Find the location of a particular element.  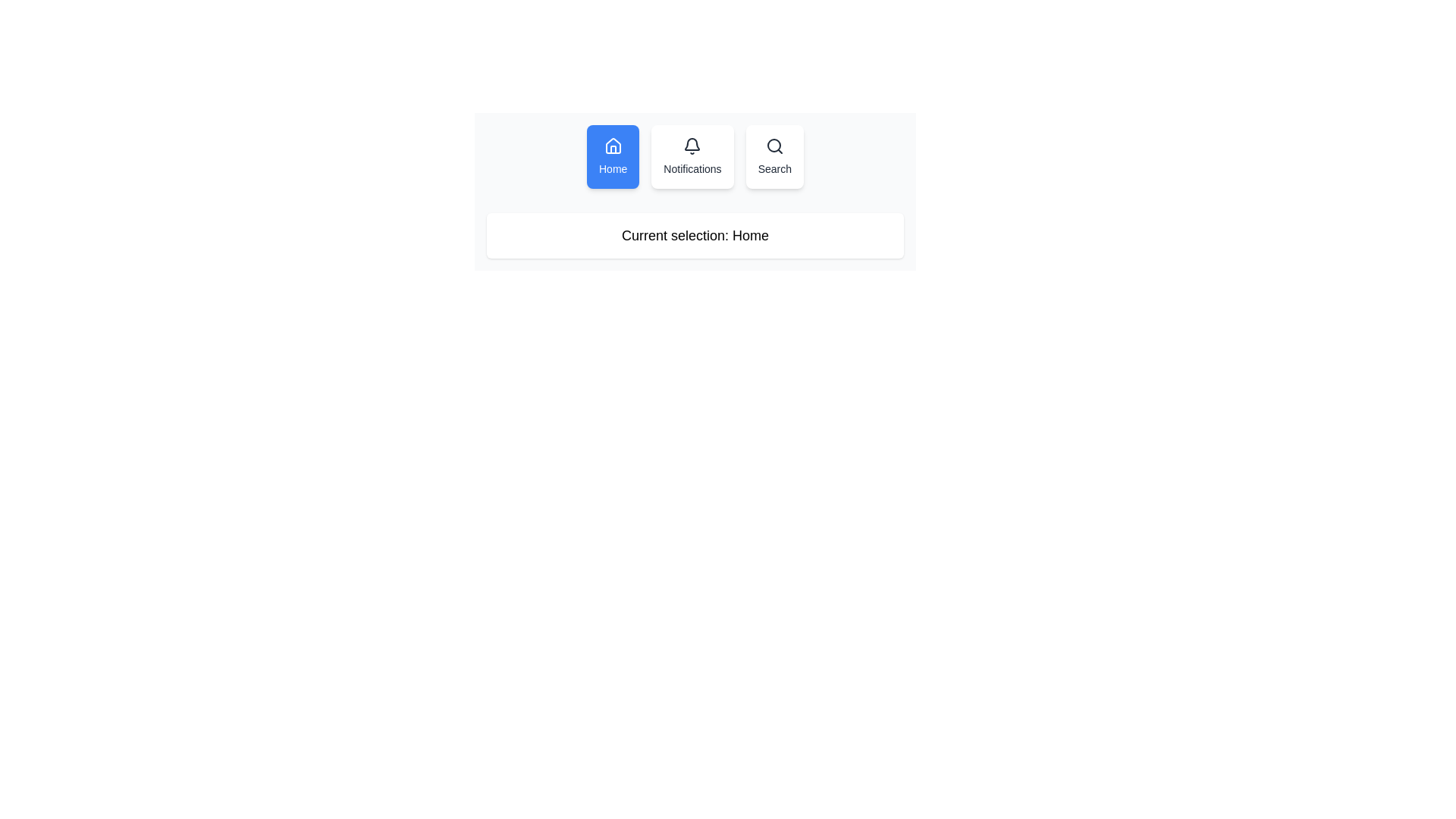

the 'Home' button, which is a rectangular button with a blue background and a white outlined house icon above the text 'Home' is located at coordinates (613, 157).